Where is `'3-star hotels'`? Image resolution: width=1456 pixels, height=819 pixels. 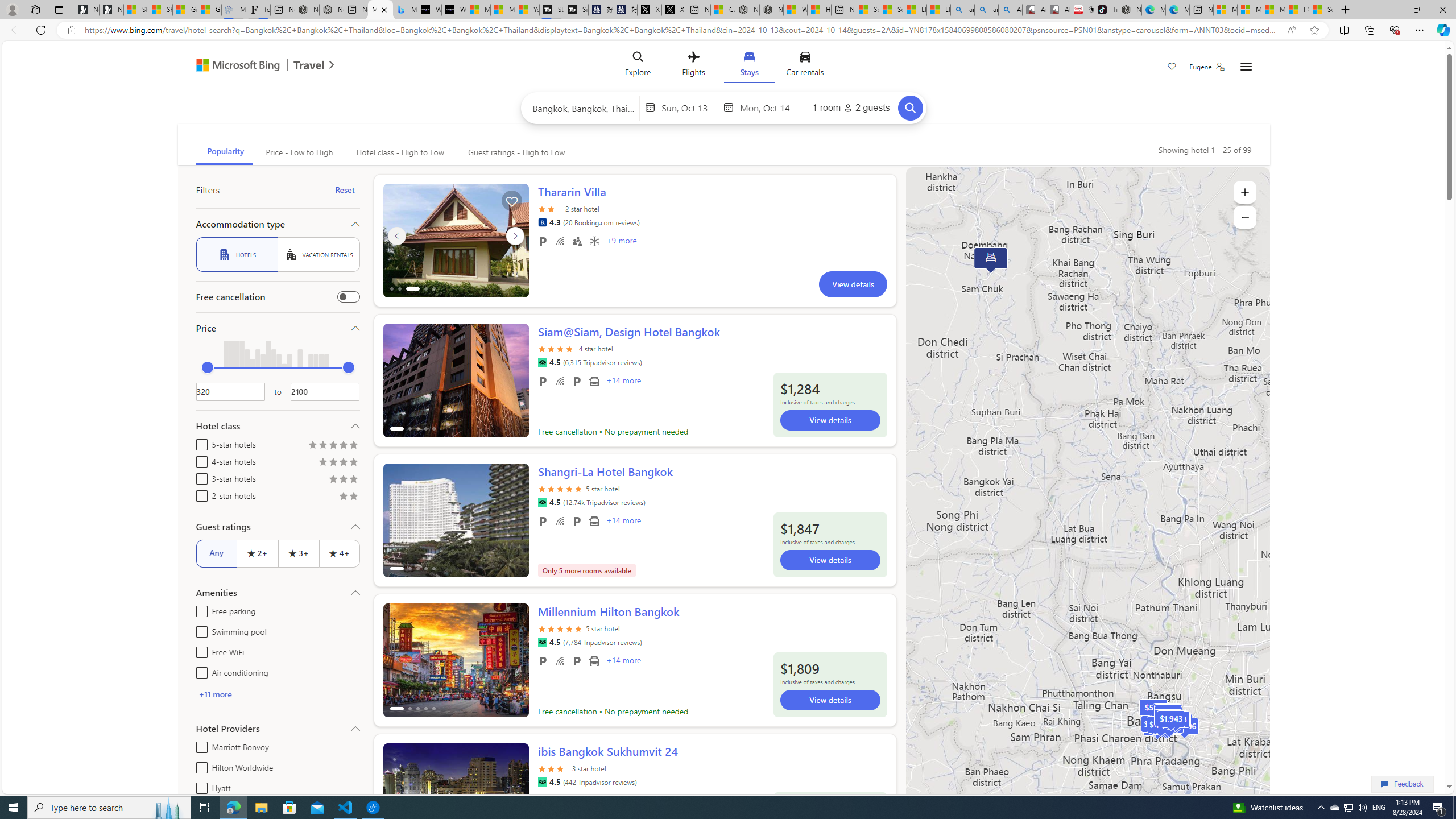 '3-star hotels' is located at coordinates (199, 477).